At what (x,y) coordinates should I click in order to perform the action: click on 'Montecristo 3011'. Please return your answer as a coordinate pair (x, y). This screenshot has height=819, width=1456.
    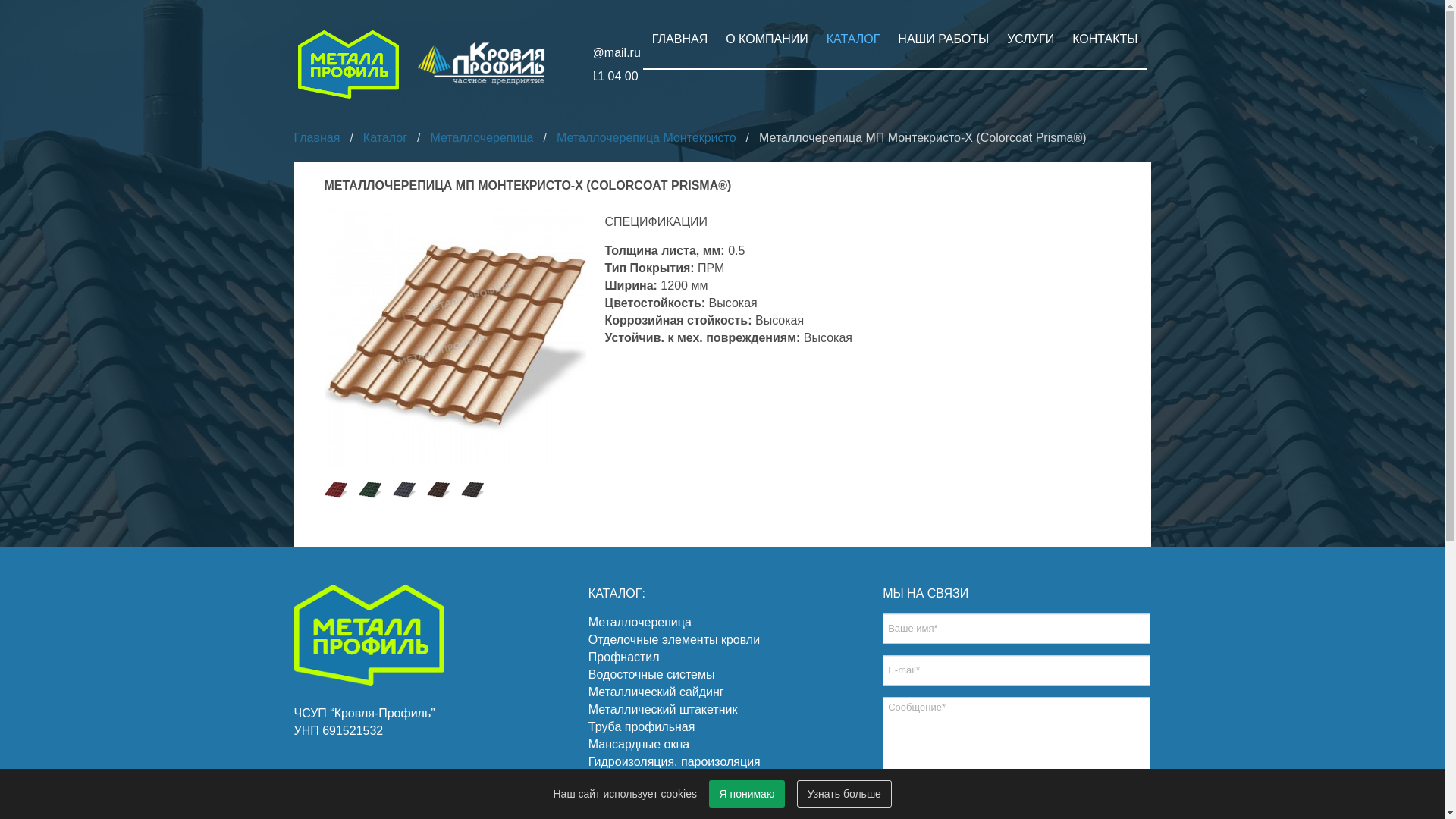
    Looking at the image, I should click on (334, 489).